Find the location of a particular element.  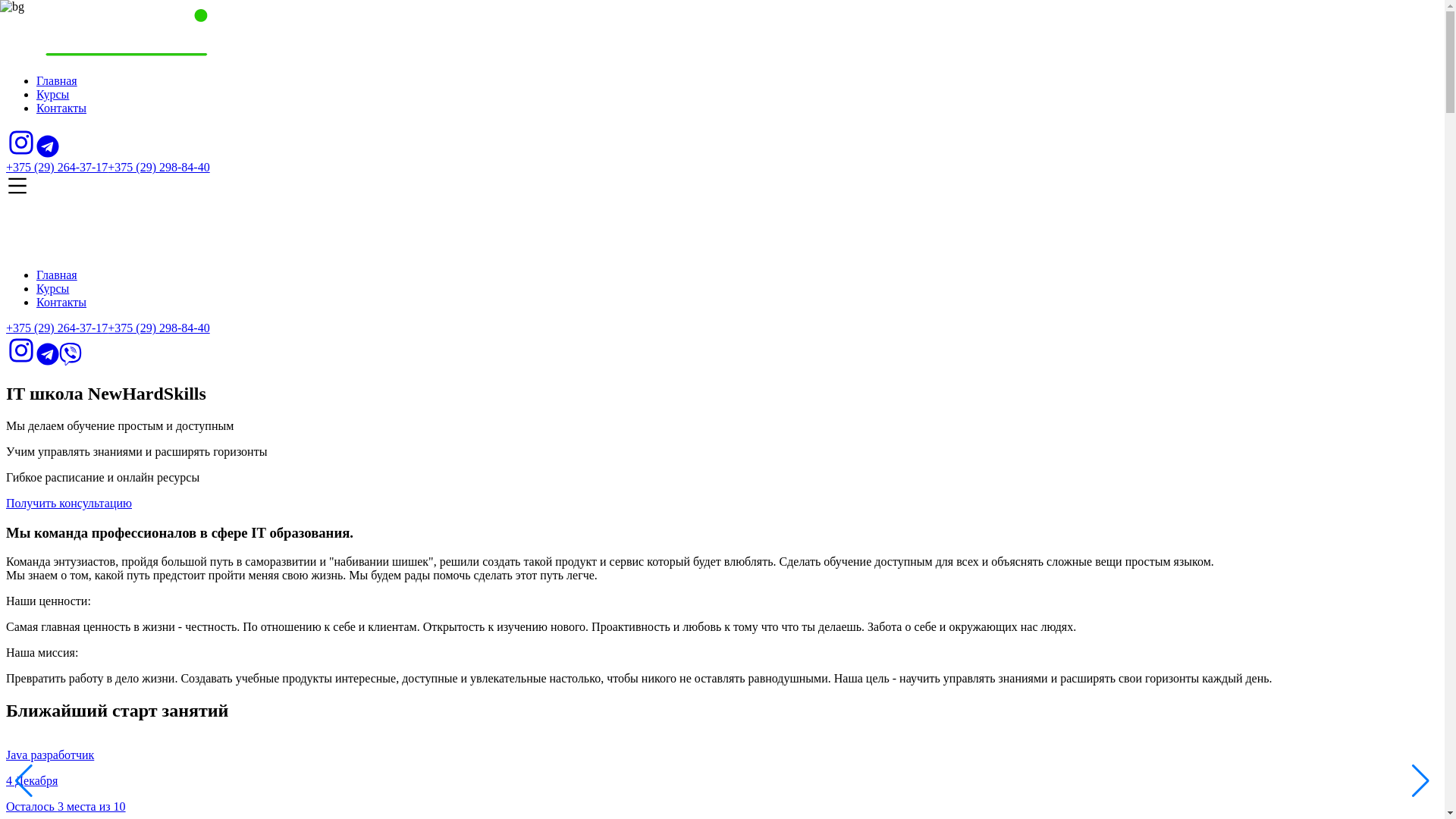

'+375 (29) 298-84-40' is located at coordinates (158, 167).